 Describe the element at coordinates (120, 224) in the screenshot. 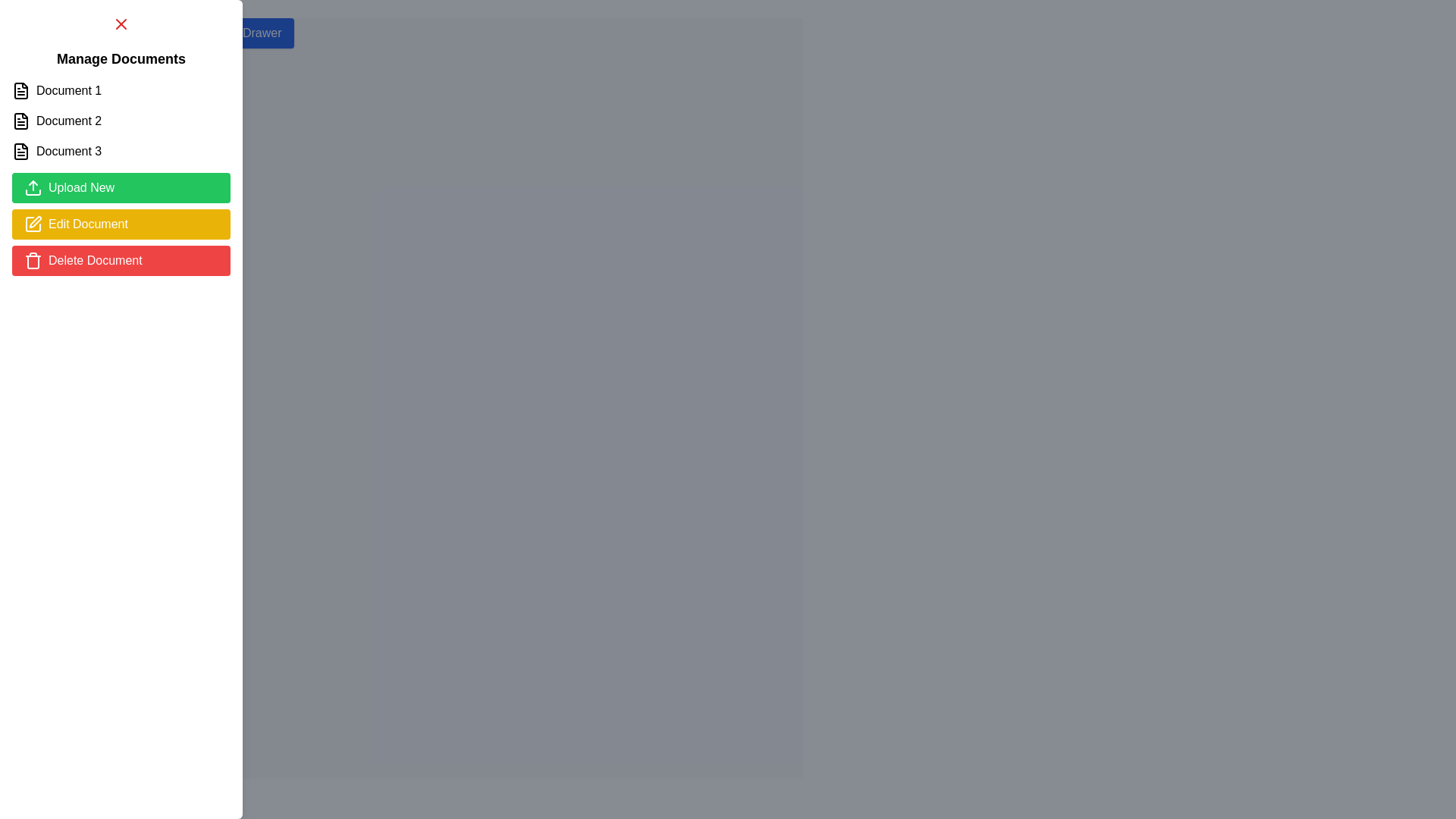

I see `the 'Delete Document' button, which is part of a grouped set of interactive buttons located in the lower half of the left panel under 'Manage Documents.'` at that location.